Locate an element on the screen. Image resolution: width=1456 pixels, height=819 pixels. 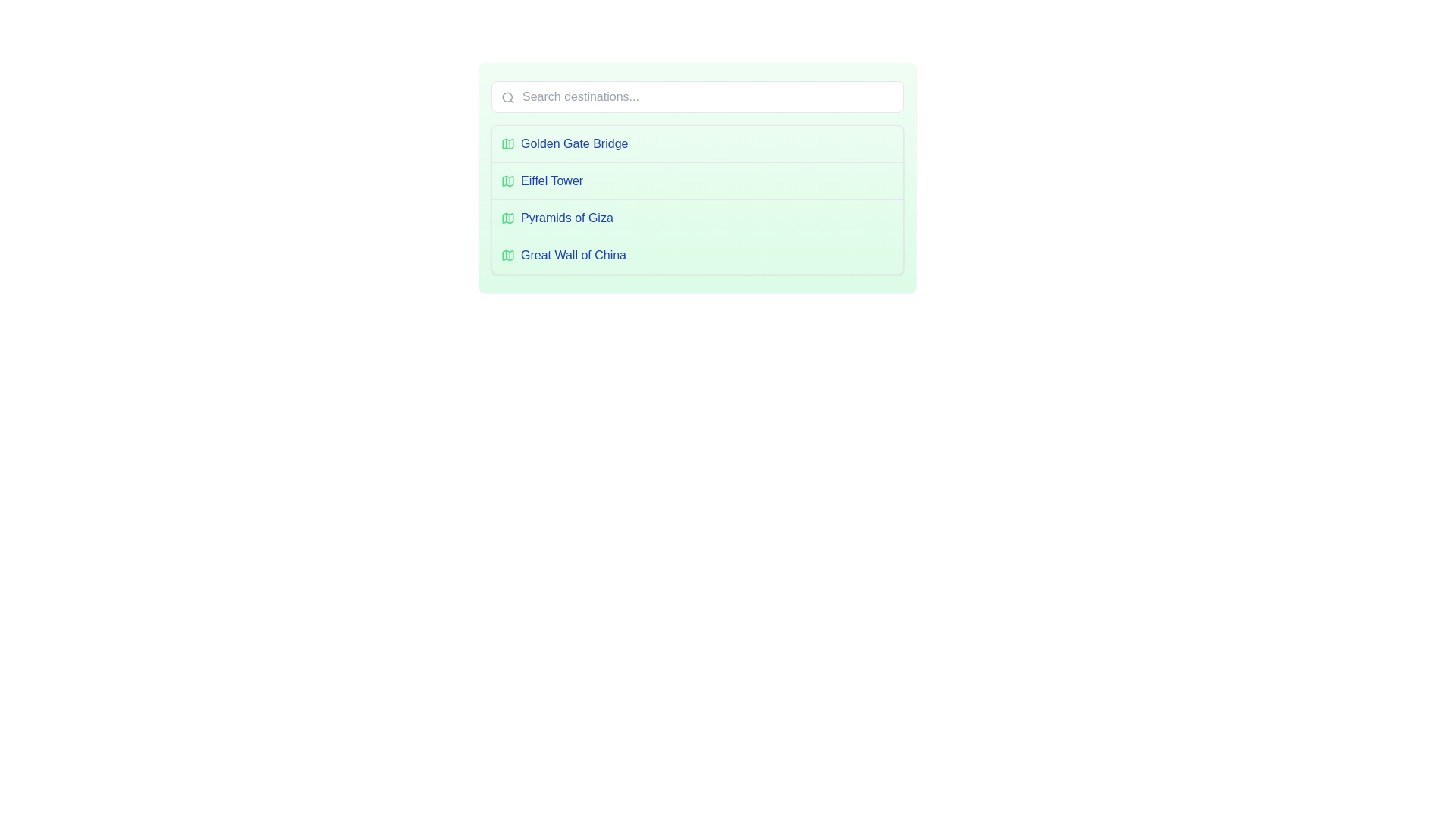
the map-related destination icon located to the left of the text 'Eiffel Tower' in the vertically stacked list of items is located at coordinates (508, 180).